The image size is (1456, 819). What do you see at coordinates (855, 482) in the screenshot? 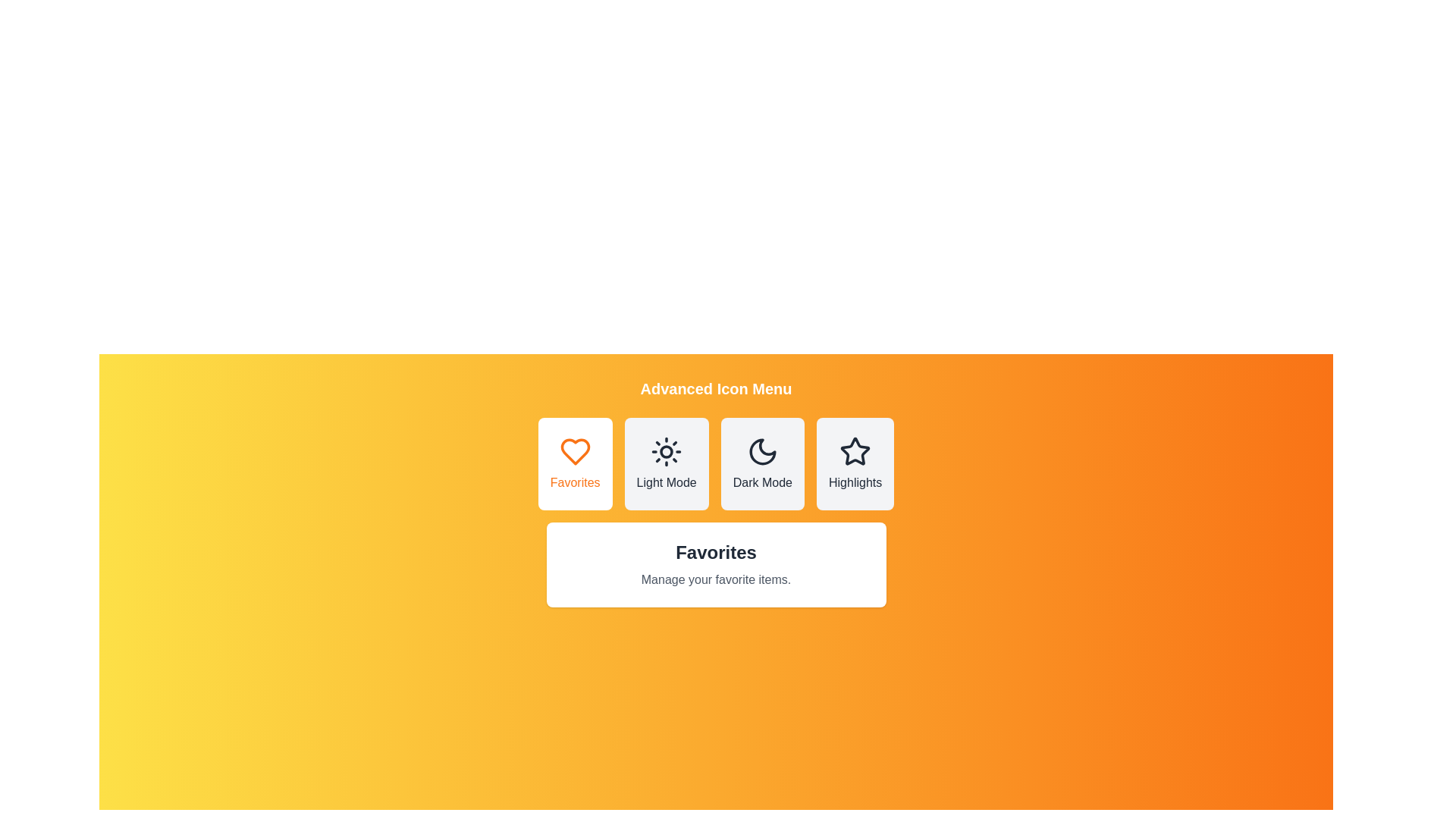
I see `text label that provides context for the 'Highlights' feature, located under the fourth item in the horizontal menu` at bounding box center [855, 482].